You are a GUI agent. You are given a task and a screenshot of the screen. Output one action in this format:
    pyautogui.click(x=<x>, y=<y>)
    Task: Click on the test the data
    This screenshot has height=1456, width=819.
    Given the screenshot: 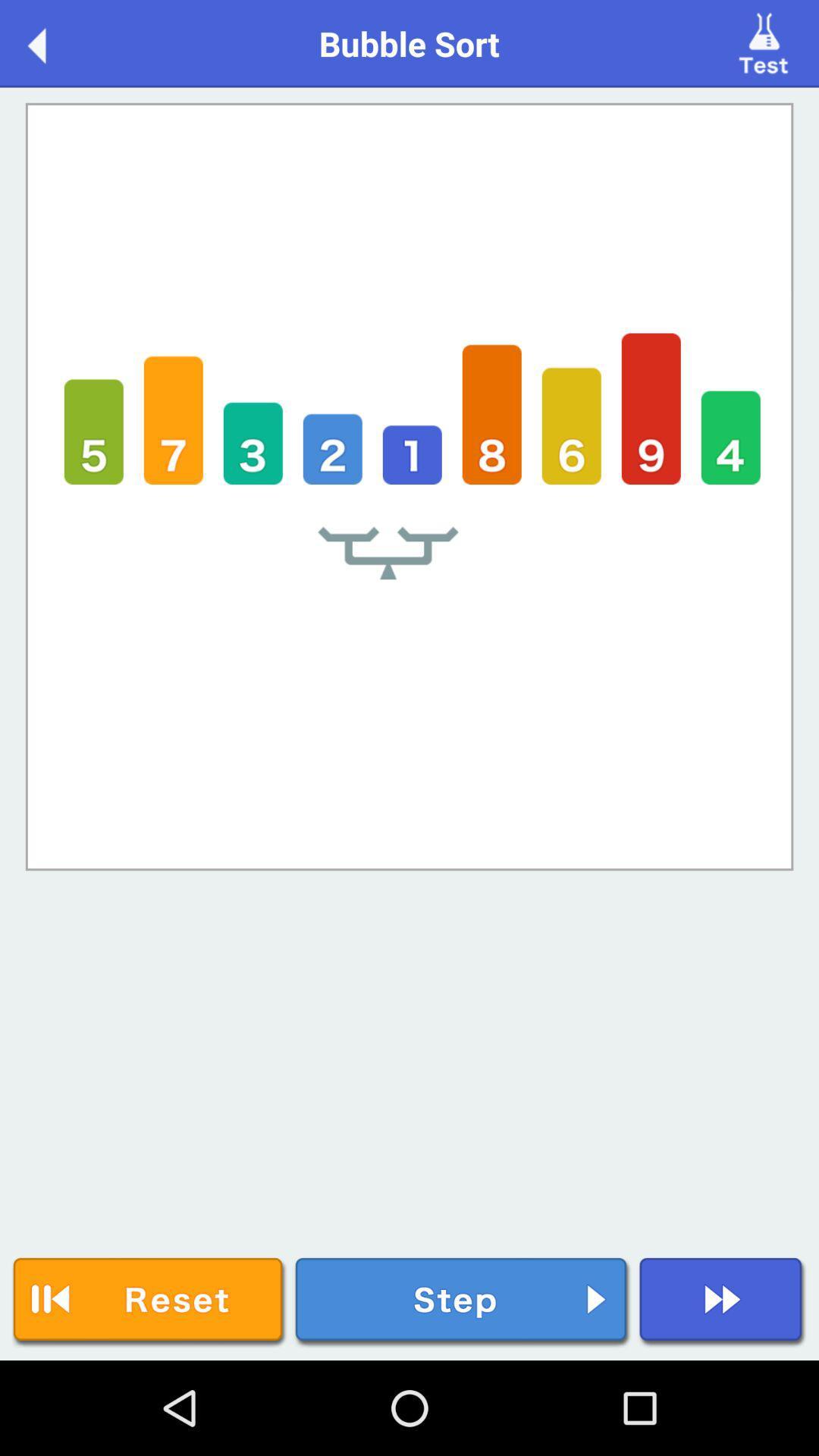 What is the action you would take?
    pyautogui.click(x=766, y=42)
    